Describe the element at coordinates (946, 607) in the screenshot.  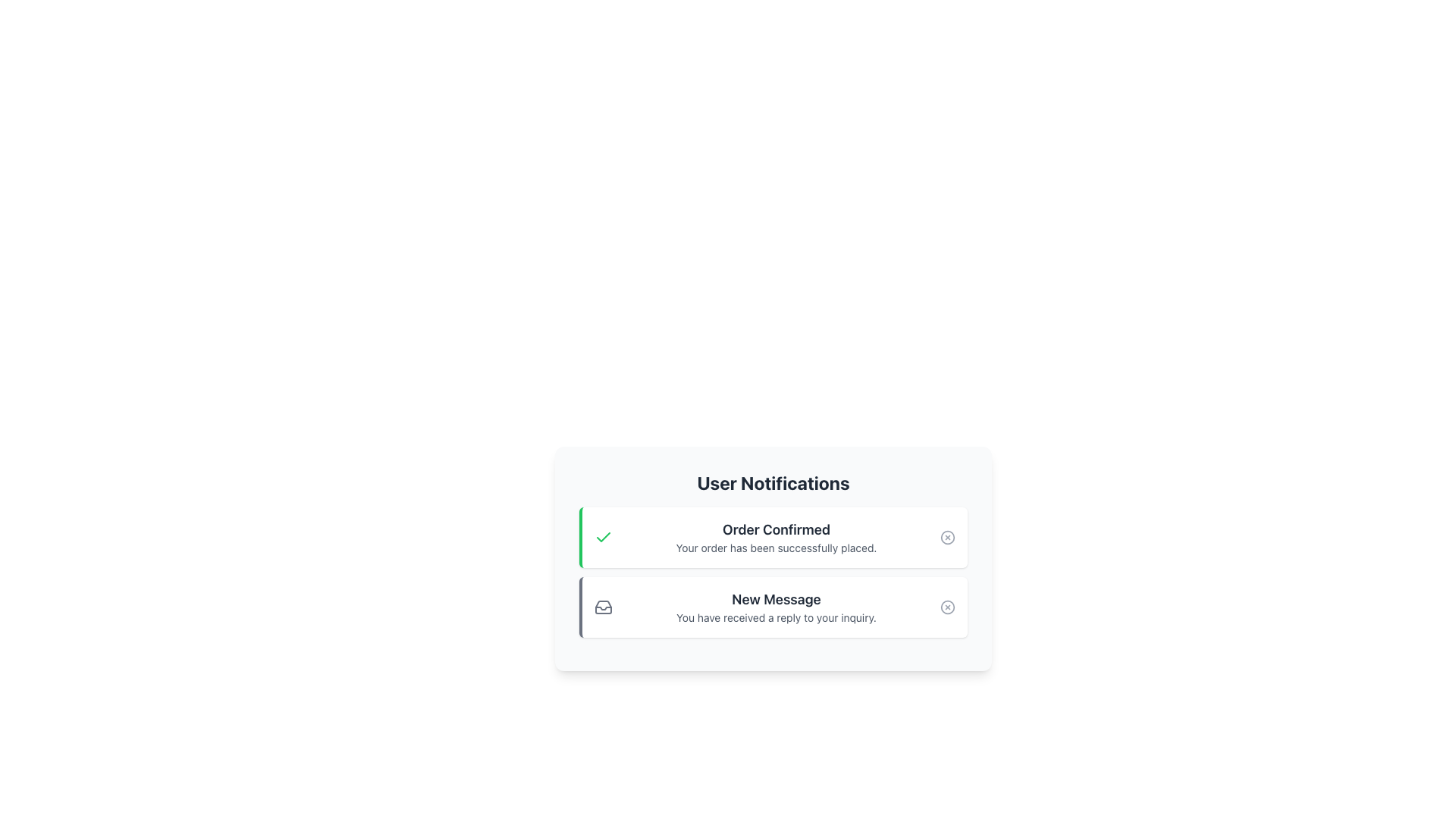
I see `the dismiss button, a small circular icon with a cross mark inside, located at the far right side of the 'New Message' notification card` at that location.